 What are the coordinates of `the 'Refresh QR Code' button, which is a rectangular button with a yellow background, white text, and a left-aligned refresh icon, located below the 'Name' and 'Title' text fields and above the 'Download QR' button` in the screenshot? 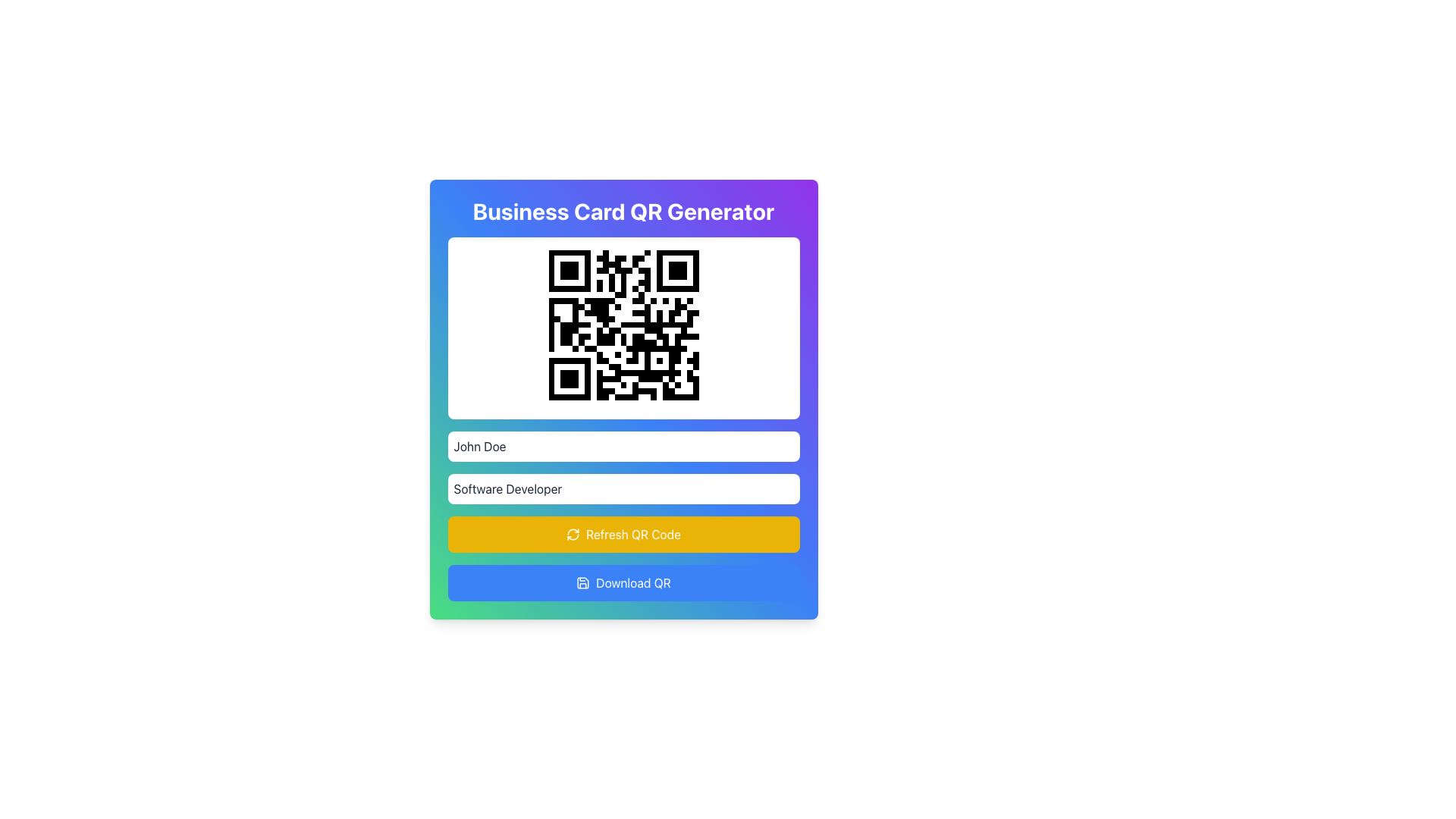 It's located at (623, 534).